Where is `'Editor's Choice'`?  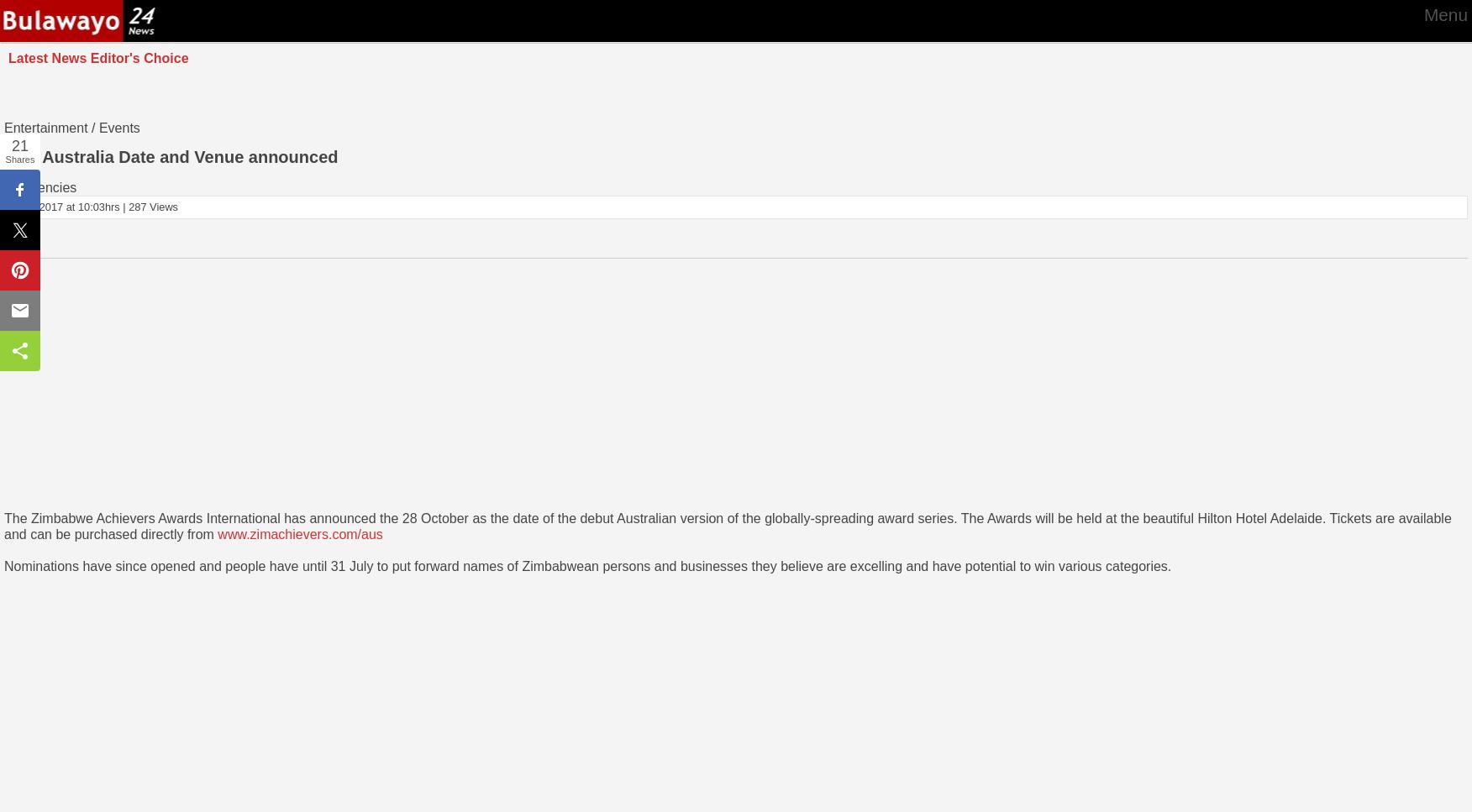 'Editor's Choice' is located at coordinates (139, 57).